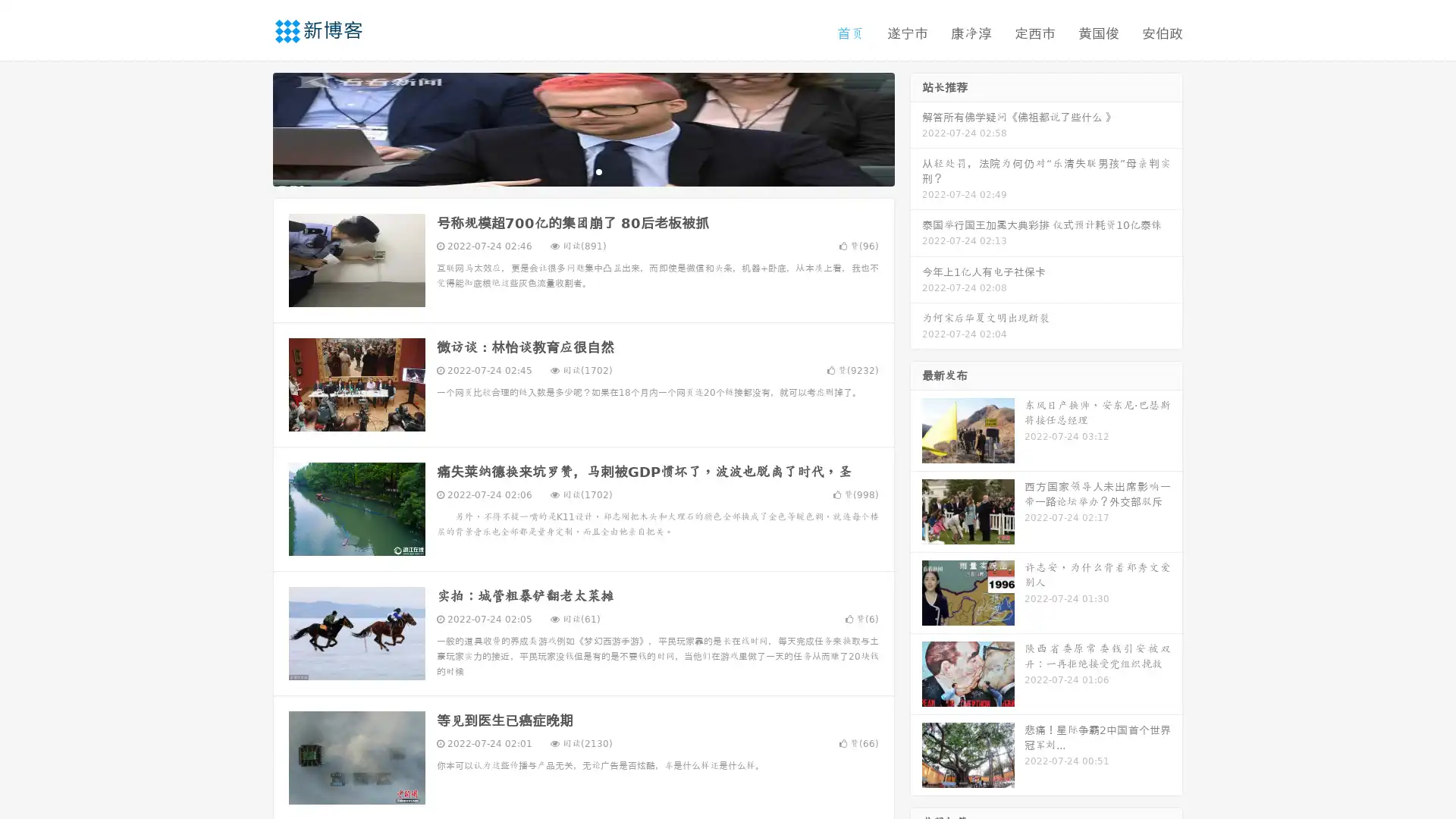 Image resolution: width=1456 pixels, height=819 pixels. Describe the element at coordinates (567, 171) in the screenshot. I see `Go to slide 1` at that location.